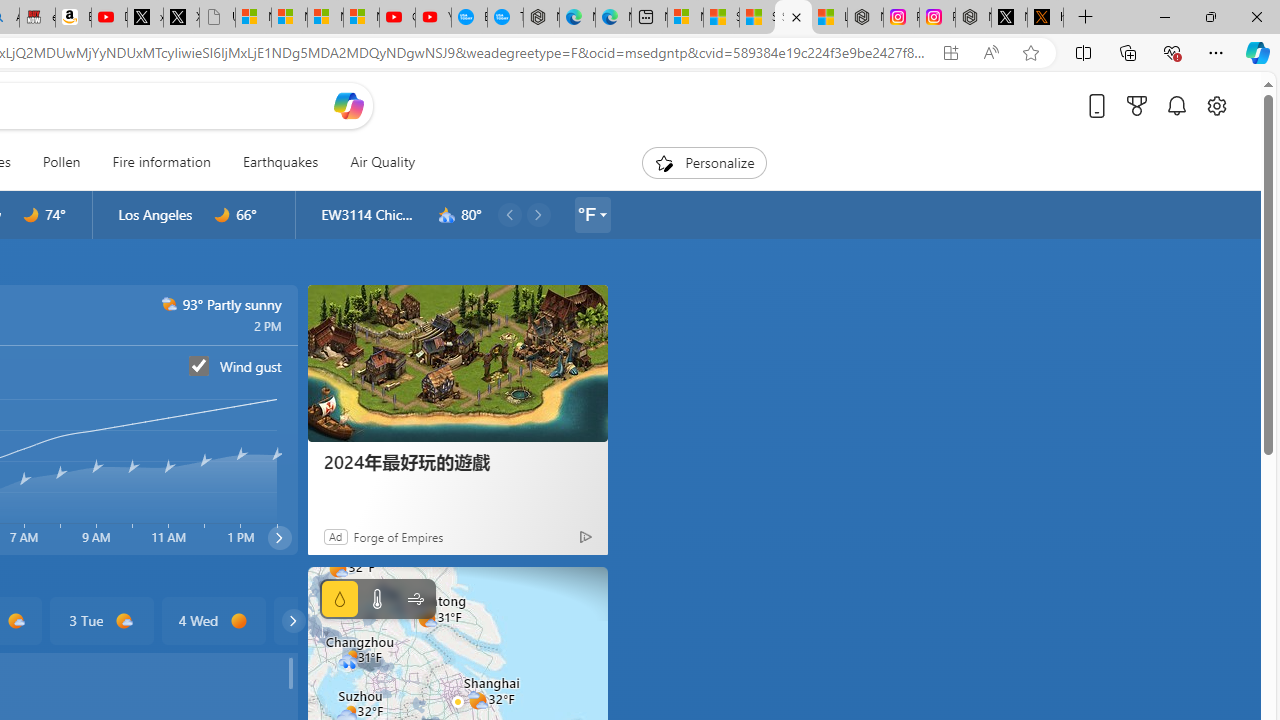 The width and height of the screenshot is (1280, 720). Describe the element at coordinates (217, 17) in the screenshot. I see `'Untitled'` at that location.